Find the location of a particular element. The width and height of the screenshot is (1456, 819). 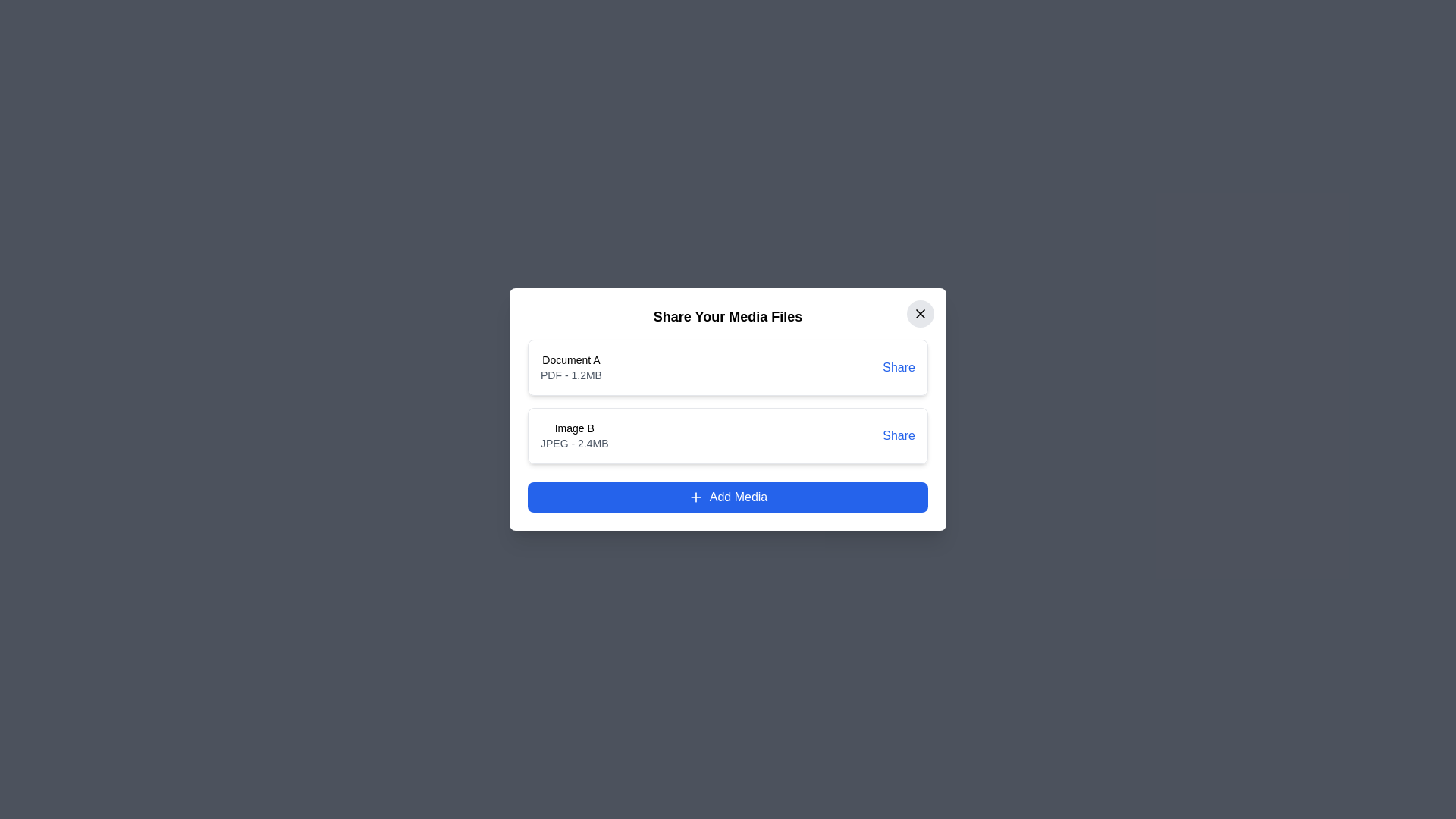

the 'Add Media' button to initiate adding a new media file is located at coordinates (728, 497).